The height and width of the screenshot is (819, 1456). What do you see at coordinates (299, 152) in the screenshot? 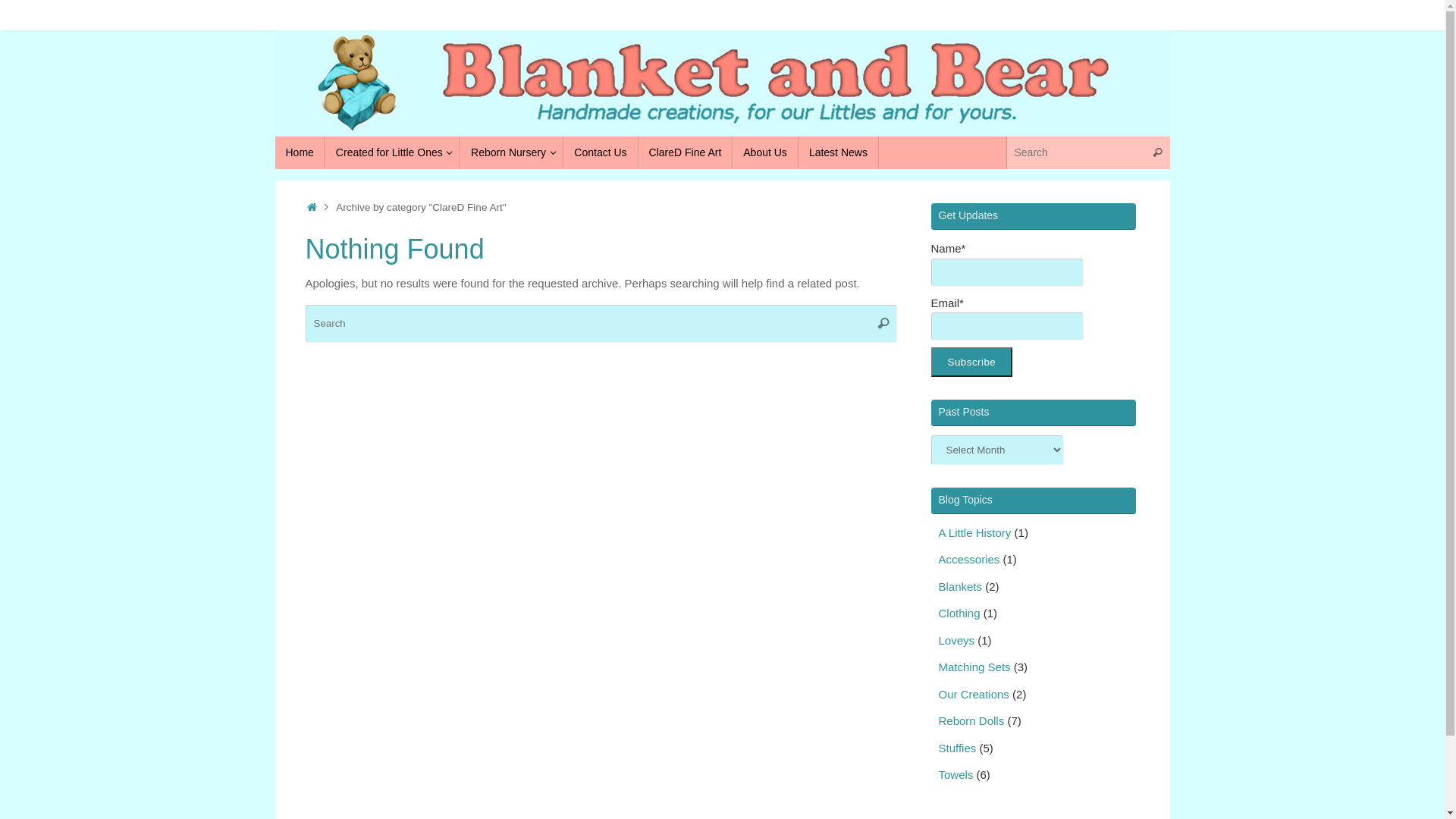
I see `'Home'` at bounding box center [299, 152].